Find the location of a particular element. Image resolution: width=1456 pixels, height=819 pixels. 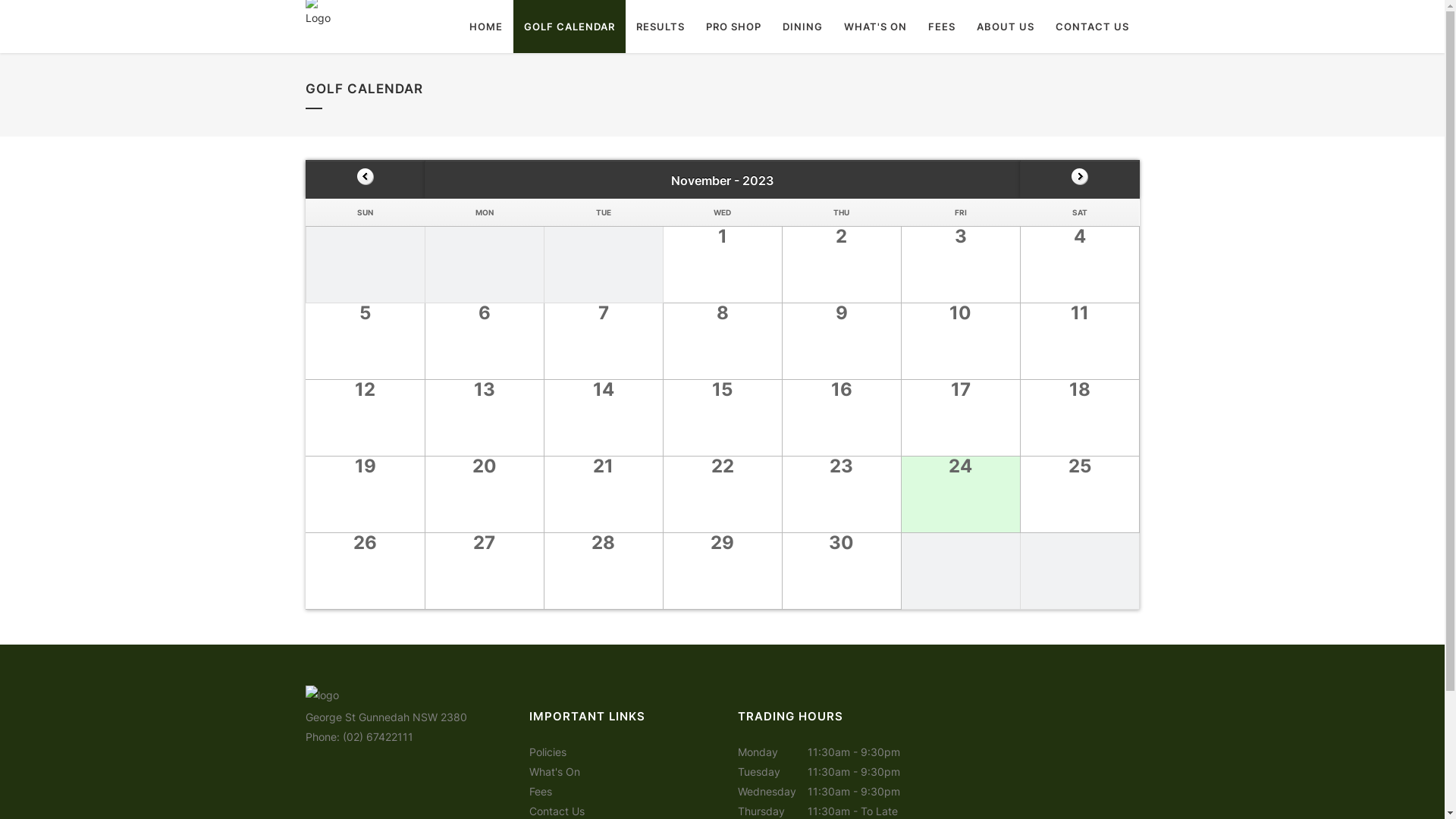

'PRO SHOP' is located at coordinates (694, 26).